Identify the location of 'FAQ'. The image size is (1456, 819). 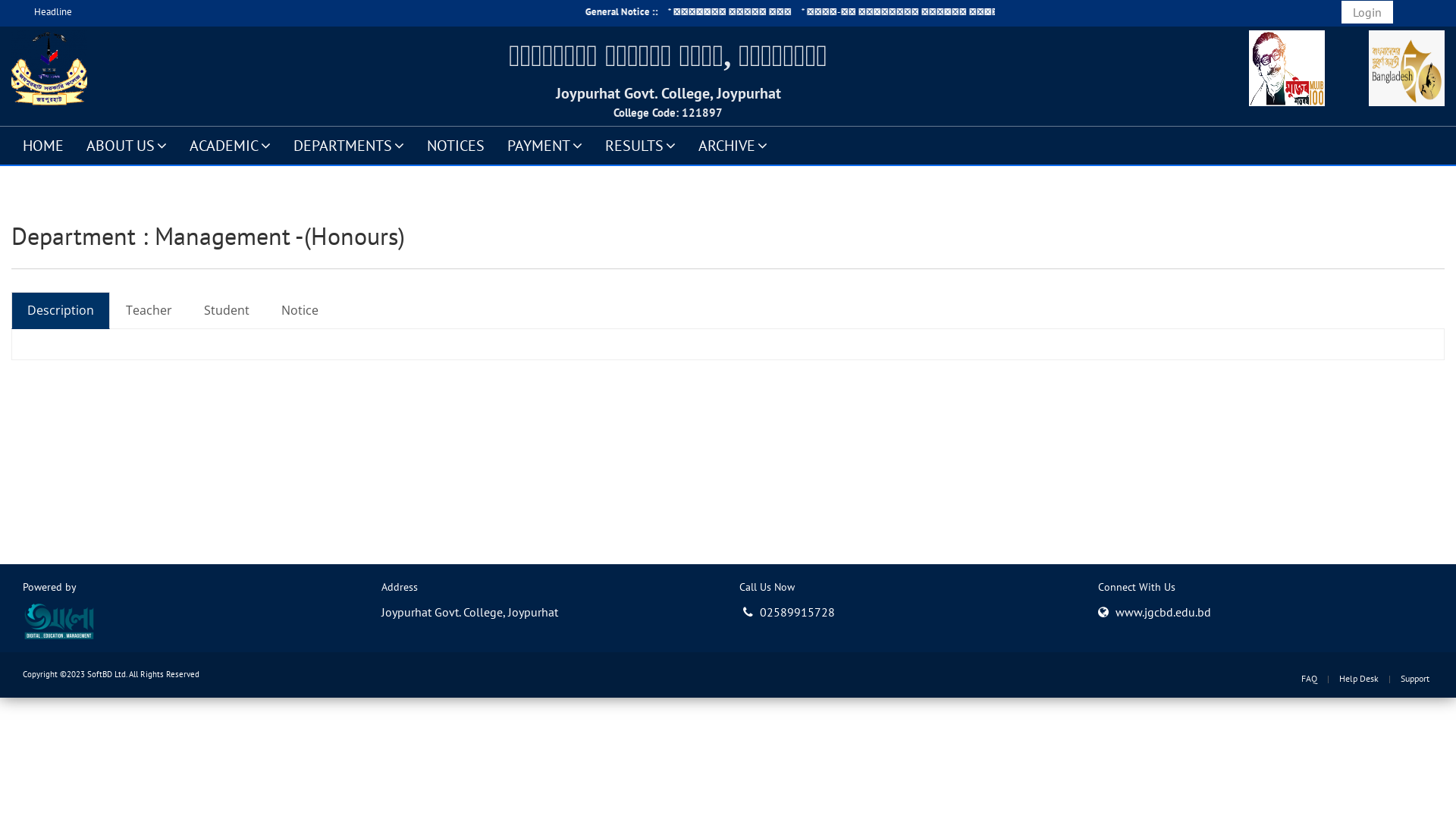
(1308, 676).